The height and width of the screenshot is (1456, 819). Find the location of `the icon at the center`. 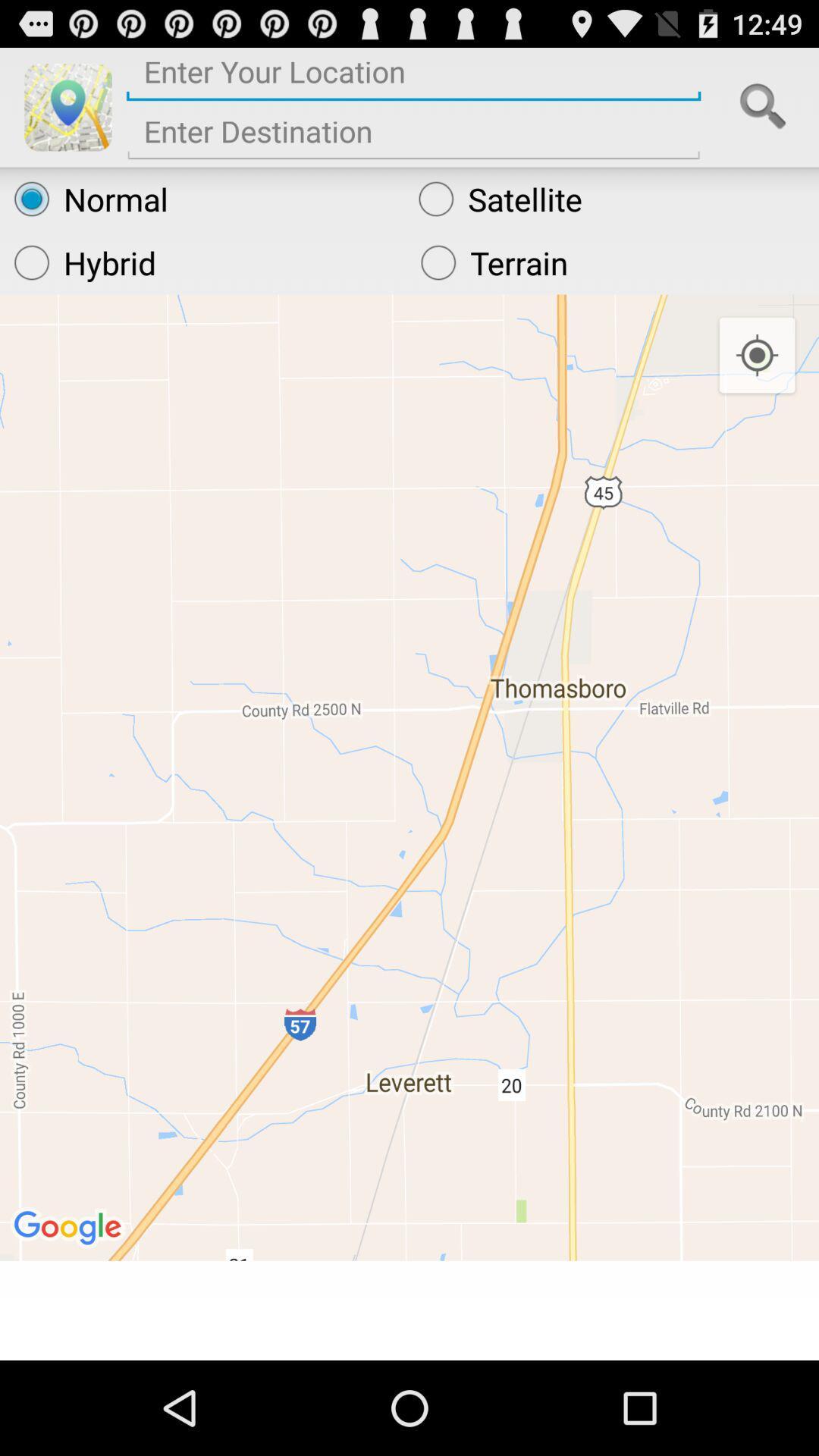

the icon at the center is located at coordinates (409, 777).